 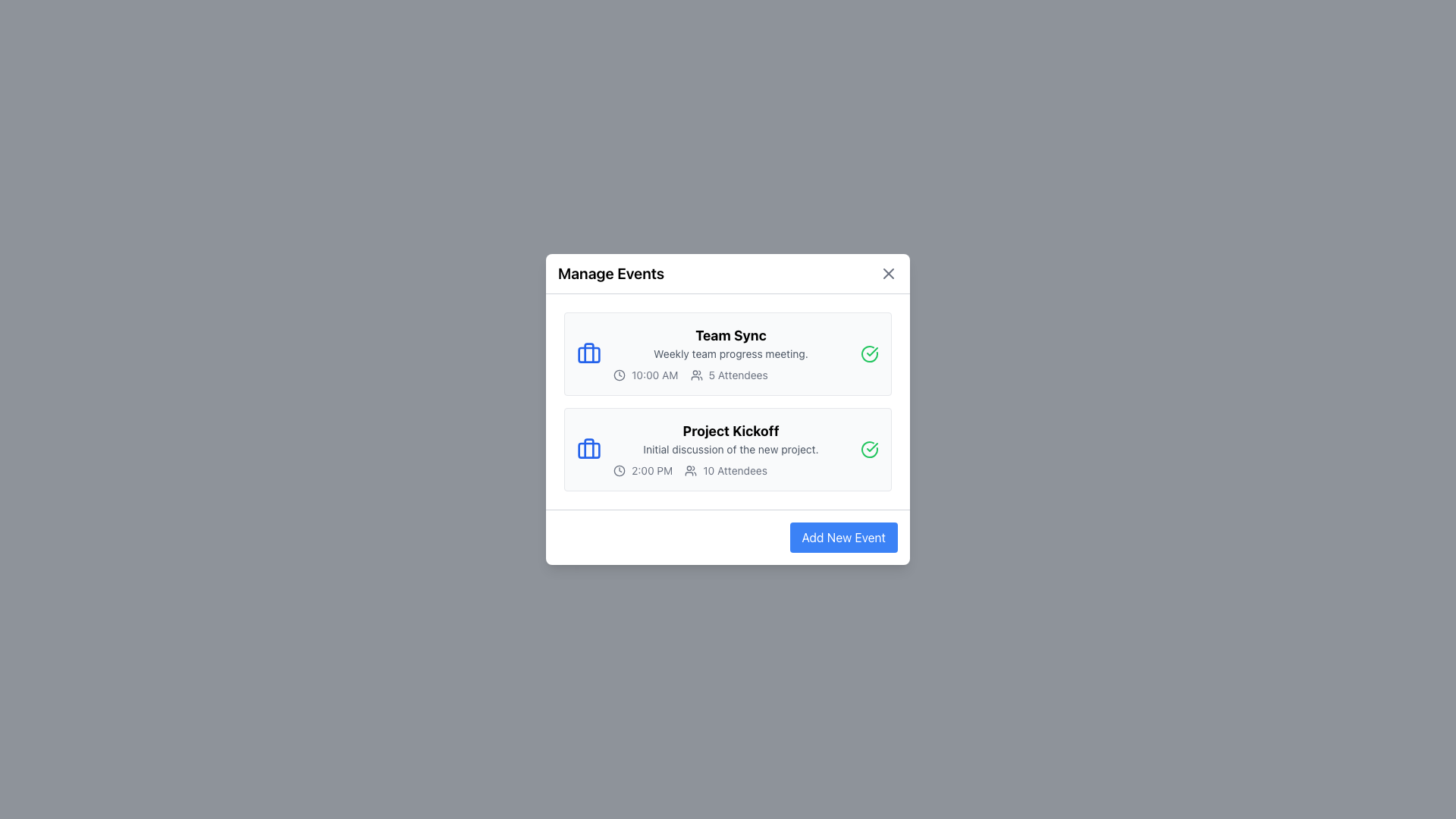 I want to click on the 'Team Sync' List Item Panel, which displays the title in bold, a subtitle in gray, and session details including time and attendees, so click(x=731, y=353).